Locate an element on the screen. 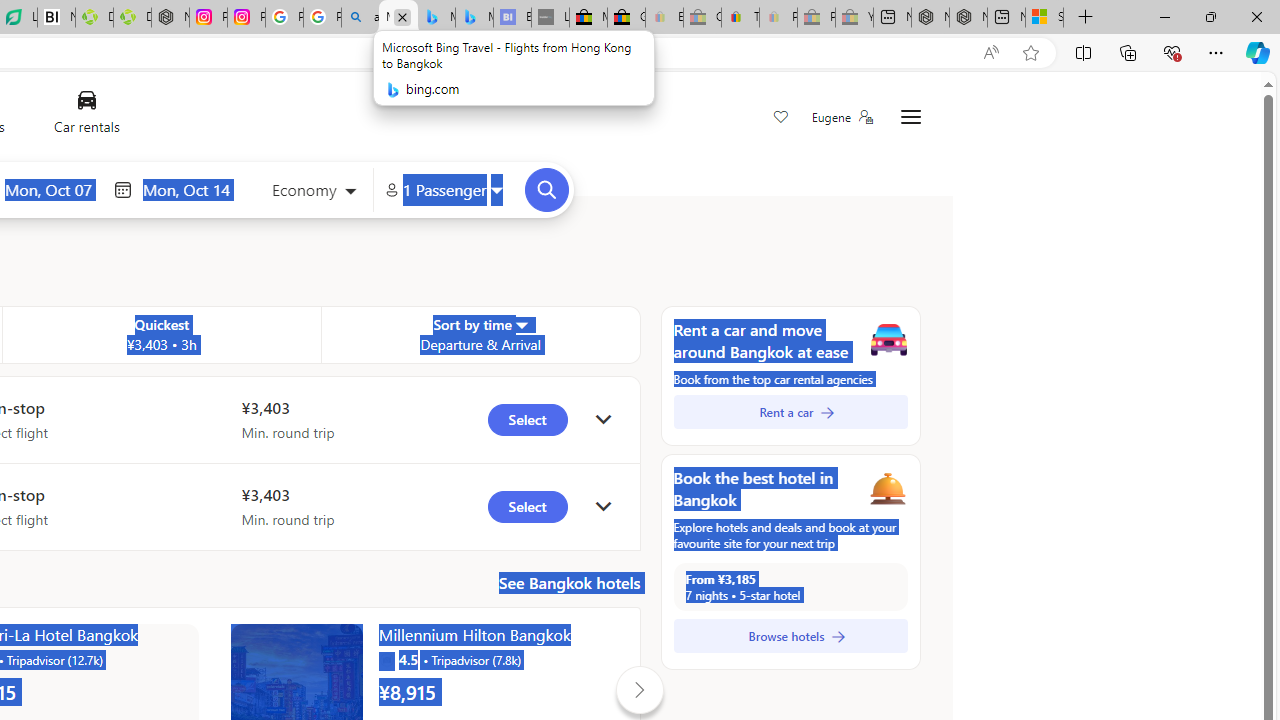 The image size is (1280, 720). 'Yard, Garden & Outdoor Living - Sleeping' is located at coordinates (854, 17).